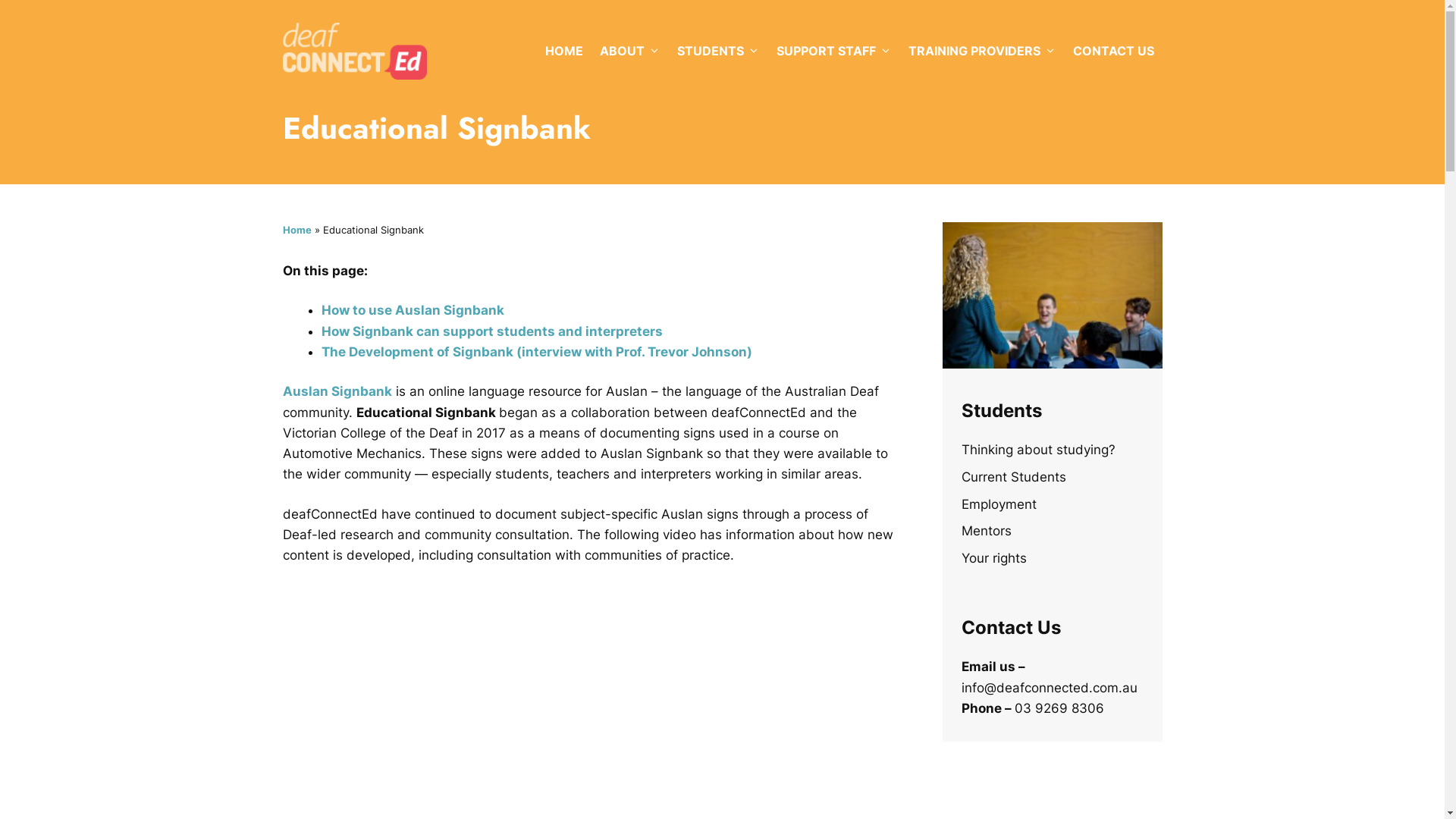 The image size is (1456, 819). Describe the element at coordinates (563, 49) in the screenshot. I see `'HOME'` at that location.